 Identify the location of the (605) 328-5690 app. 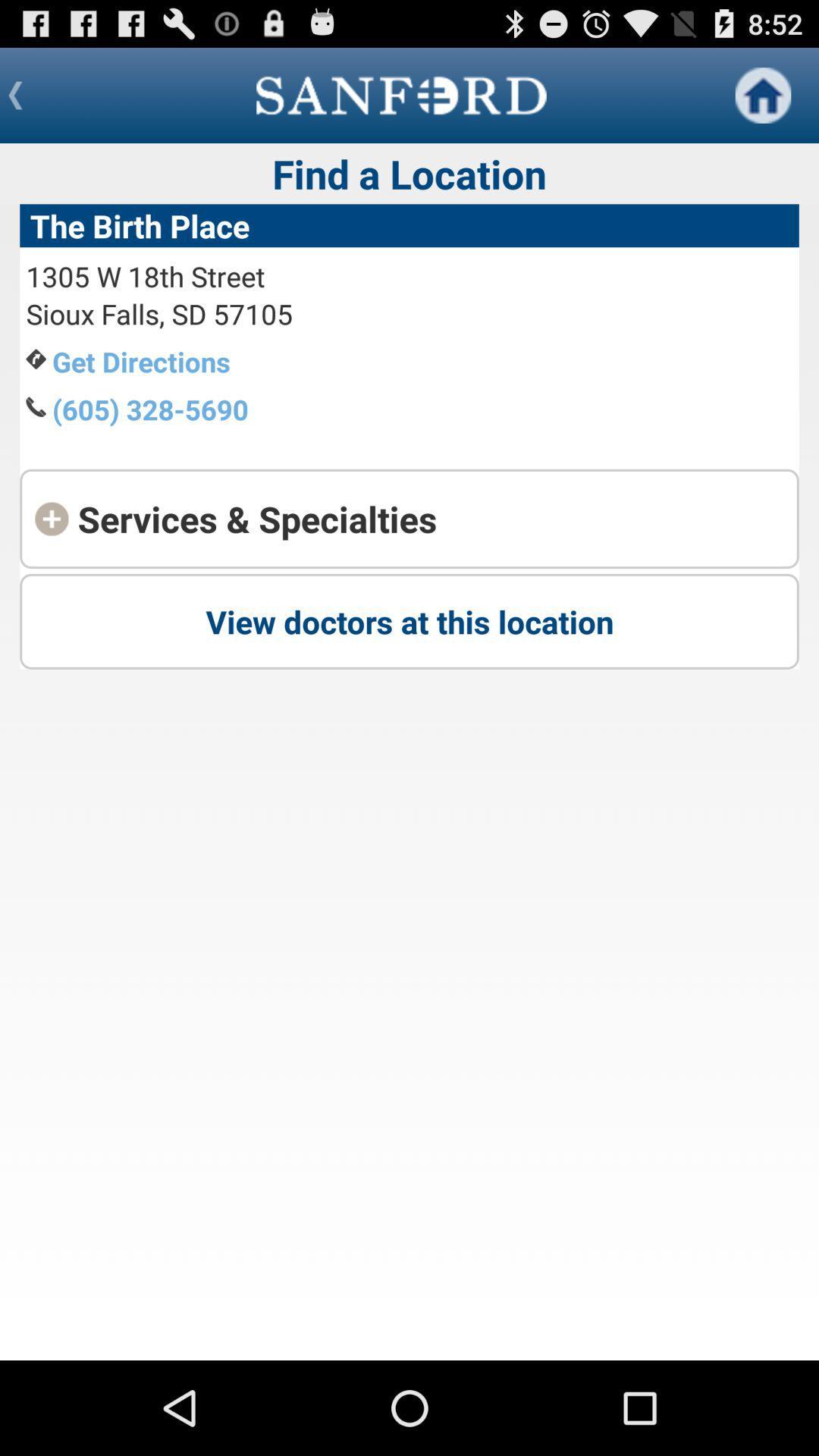
(150, 409).